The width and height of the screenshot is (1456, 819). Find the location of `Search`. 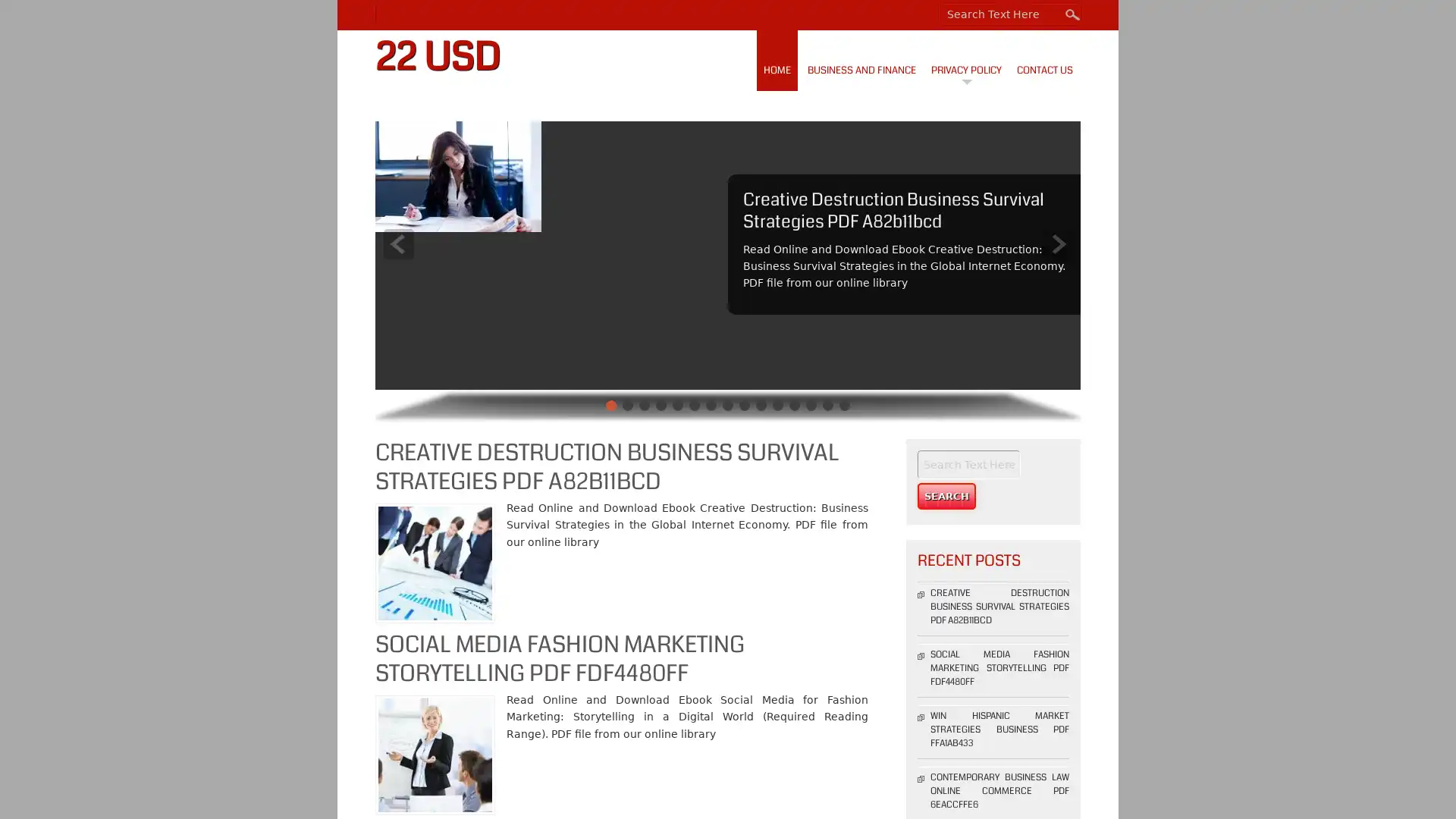

Search is located at coordinates (946, 496).